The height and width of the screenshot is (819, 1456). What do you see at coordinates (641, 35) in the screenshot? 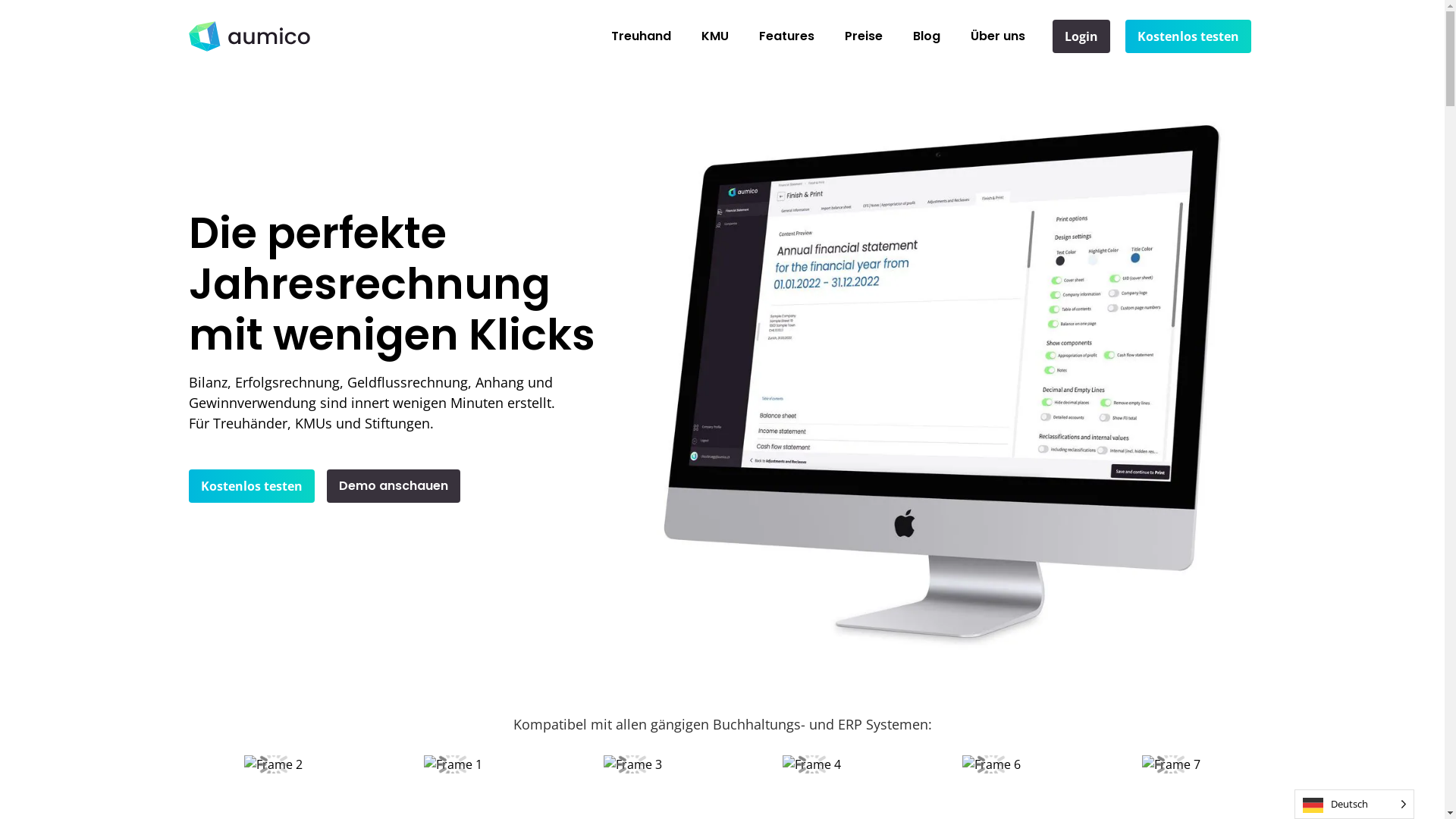
I see `'Treuhand'` at bounding box center [641, 35].